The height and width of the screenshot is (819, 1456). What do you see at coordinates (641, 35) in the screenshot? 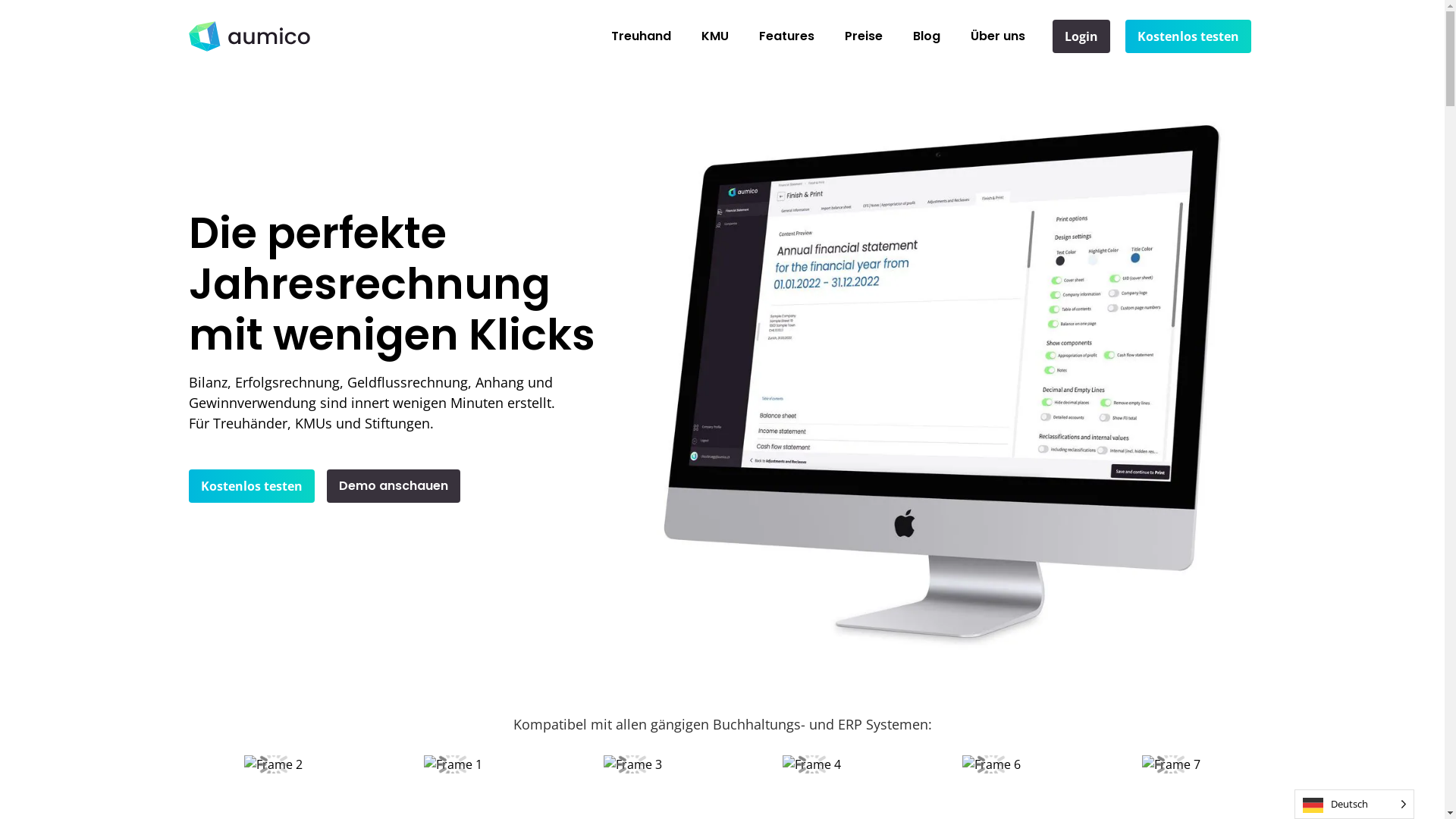
I see `'Treuhand'` at bounding box center [641, 35].